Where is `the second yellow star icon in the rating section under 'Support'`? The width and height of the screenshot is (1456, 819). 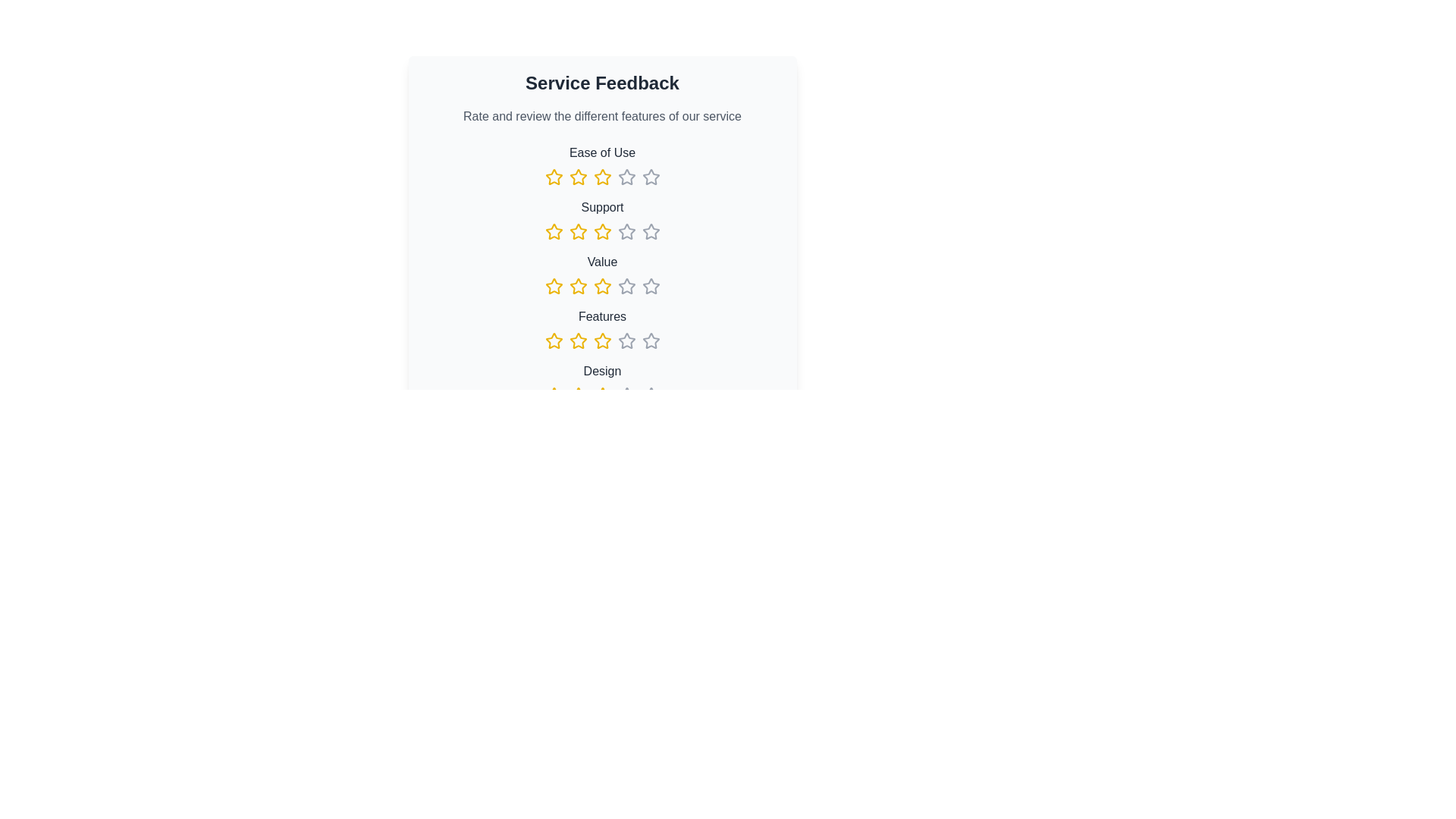 the second yellow star icon in the rating section under 'Support' is located at coordinates (601, 231).